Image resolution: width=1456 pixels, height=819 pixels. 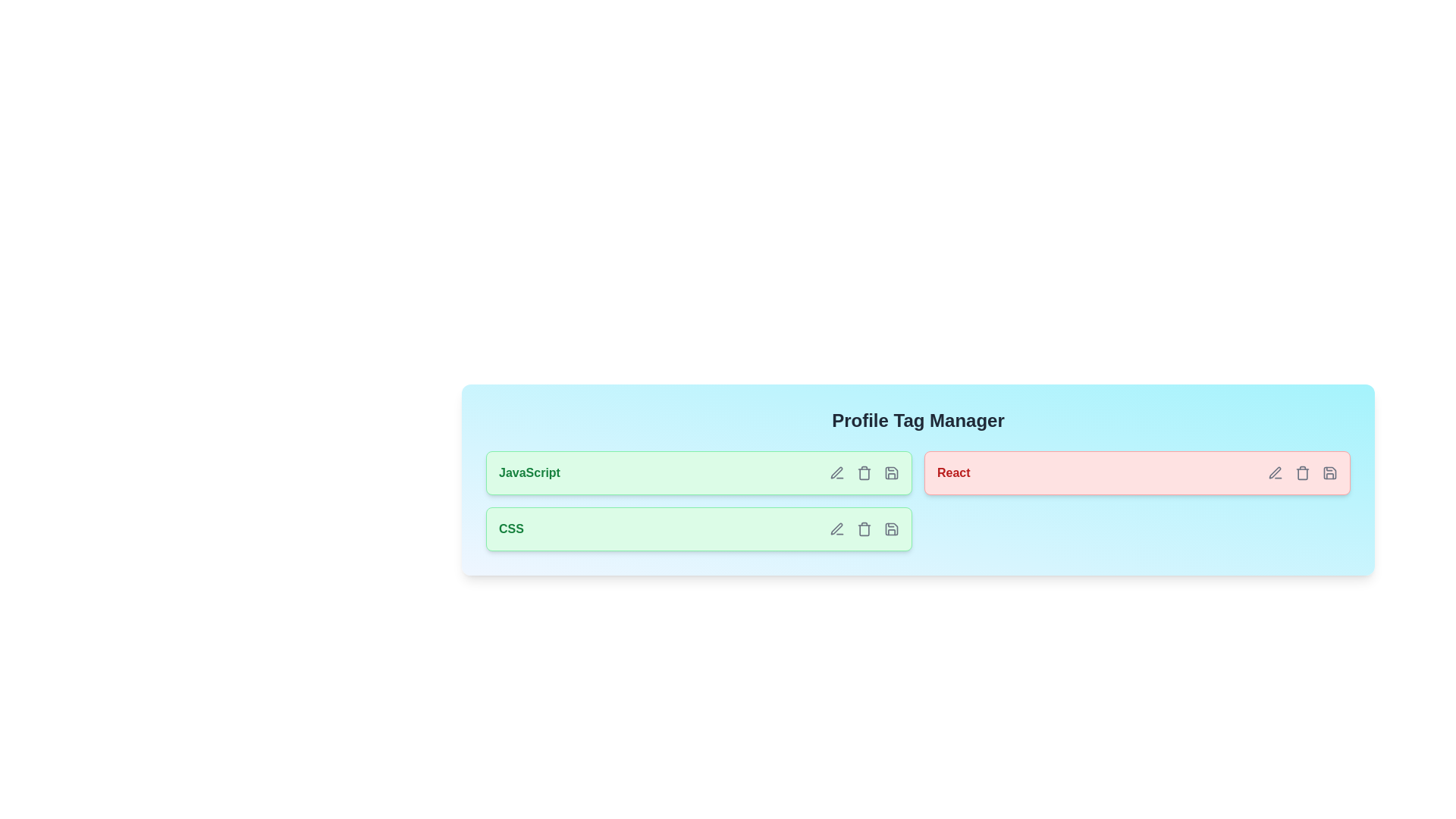 What do you see at coordinates (1274, 472) in the screenshot?
I see `edit icon of the tag labeled React` at bounding box center [1274, 472].